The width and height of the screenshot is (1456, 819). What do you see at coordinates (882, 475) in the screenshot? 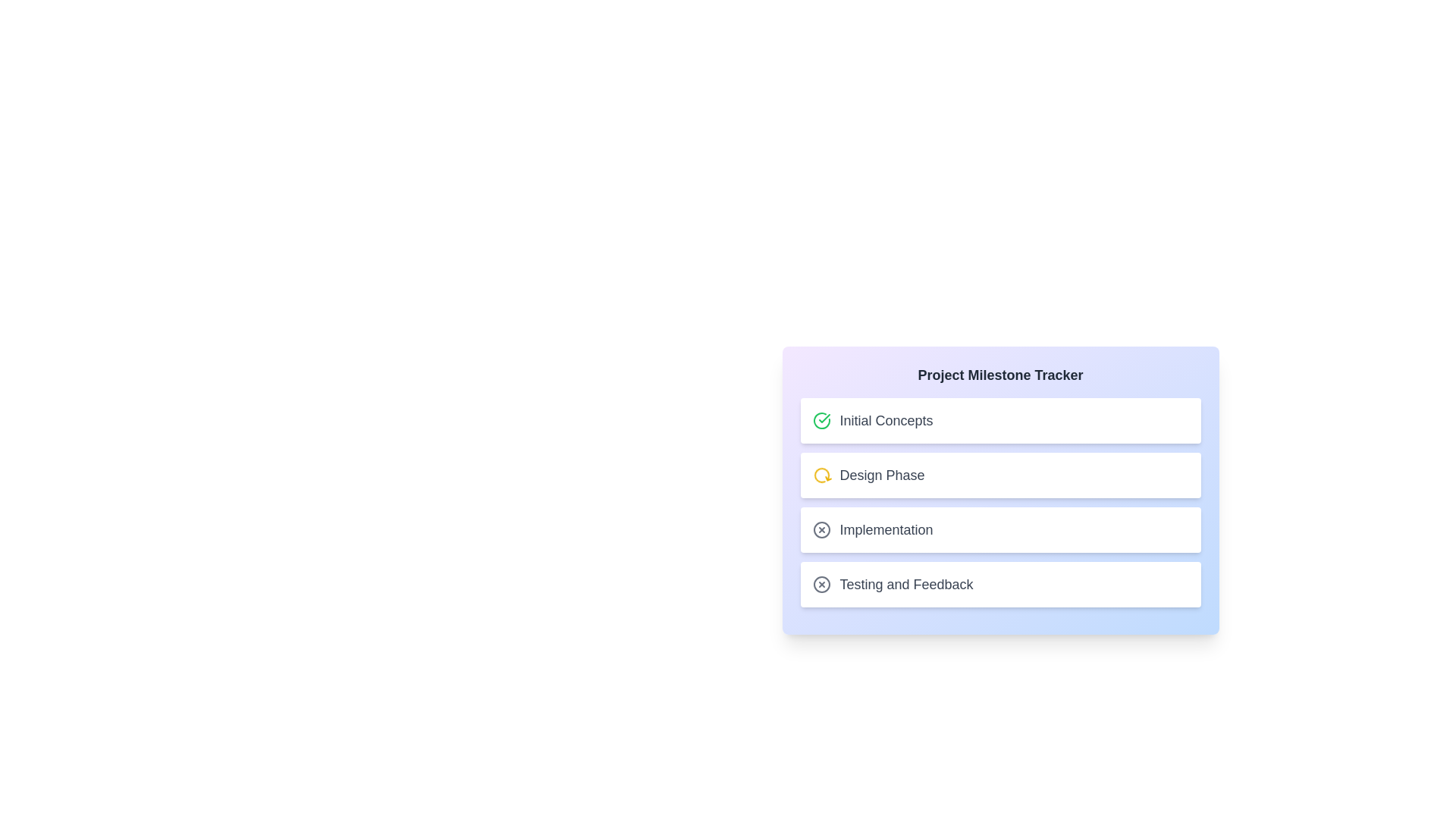
I see `the 'Design Phase' text label in the Project Milestone Tracker, which indicates the current state of the design phase in the project` at bounding box center [882, 475].